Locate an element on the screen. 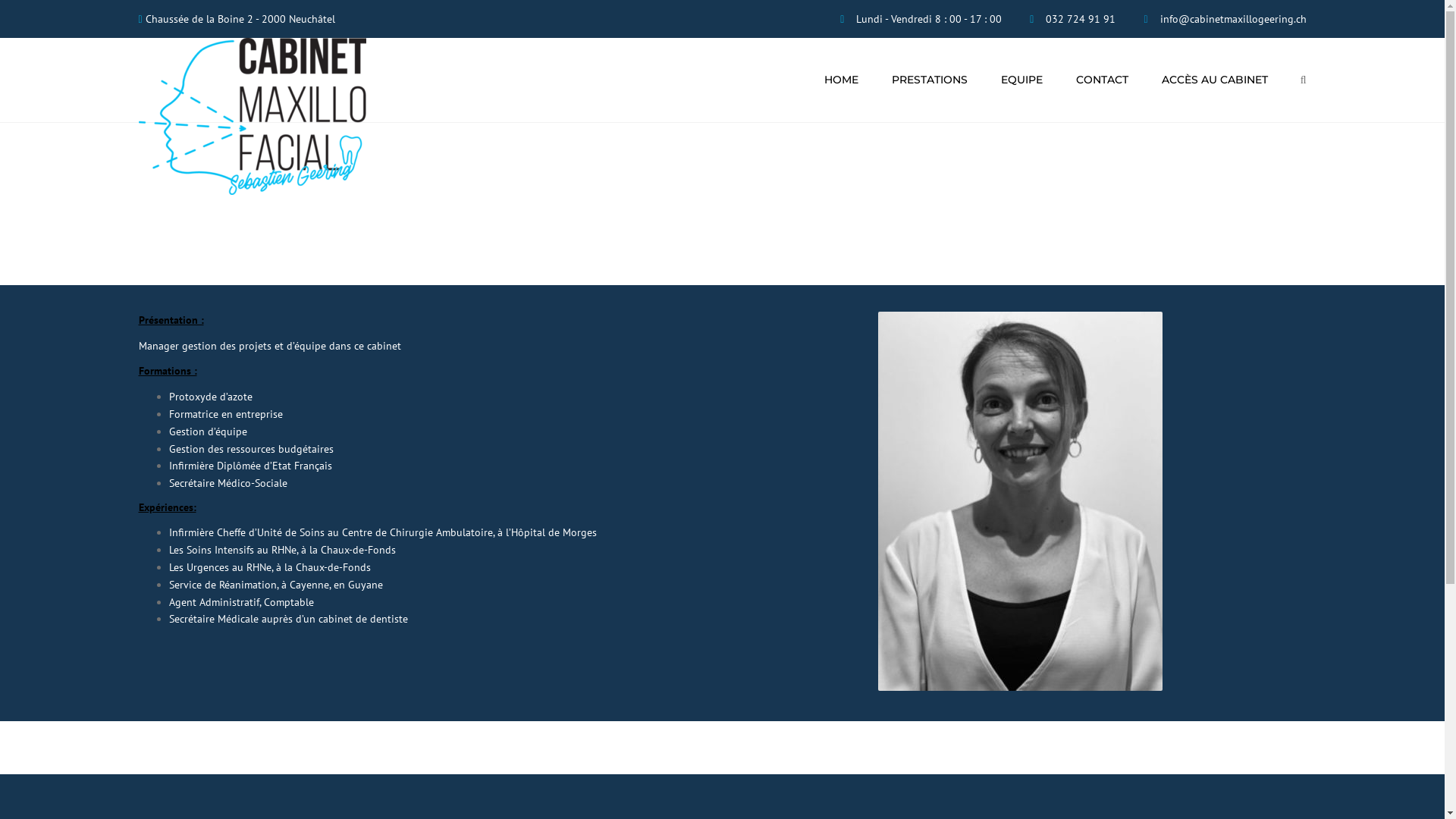 This screenshot has height=819, width=1456. '032 724 91 91' is located at coordinates (1044, 18).